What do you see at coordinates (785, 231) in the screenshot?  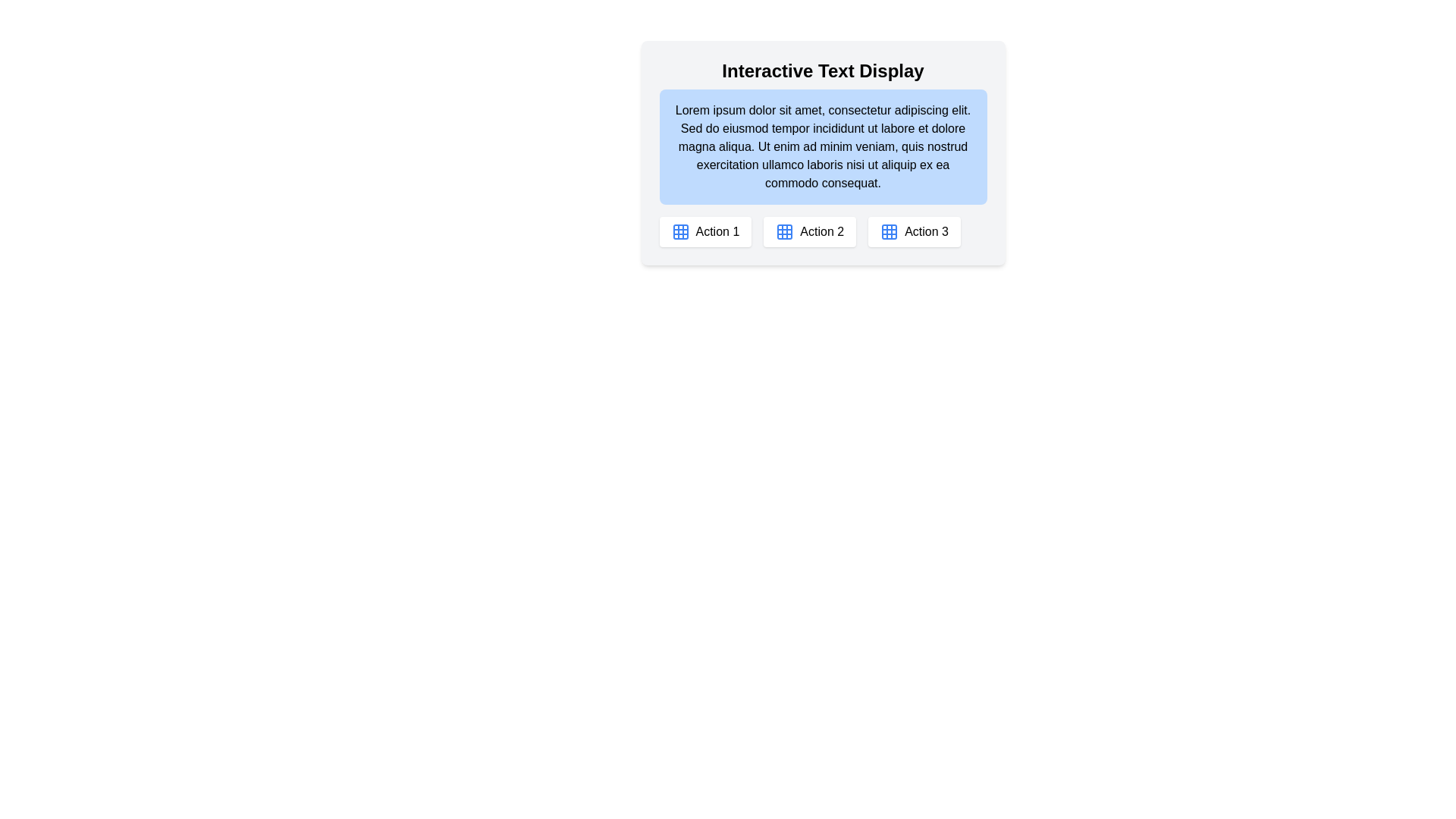 I see `the blue grid icon located to the left of the 'Action 2' button in the horizontal button group` at bounding box center [785, 231].